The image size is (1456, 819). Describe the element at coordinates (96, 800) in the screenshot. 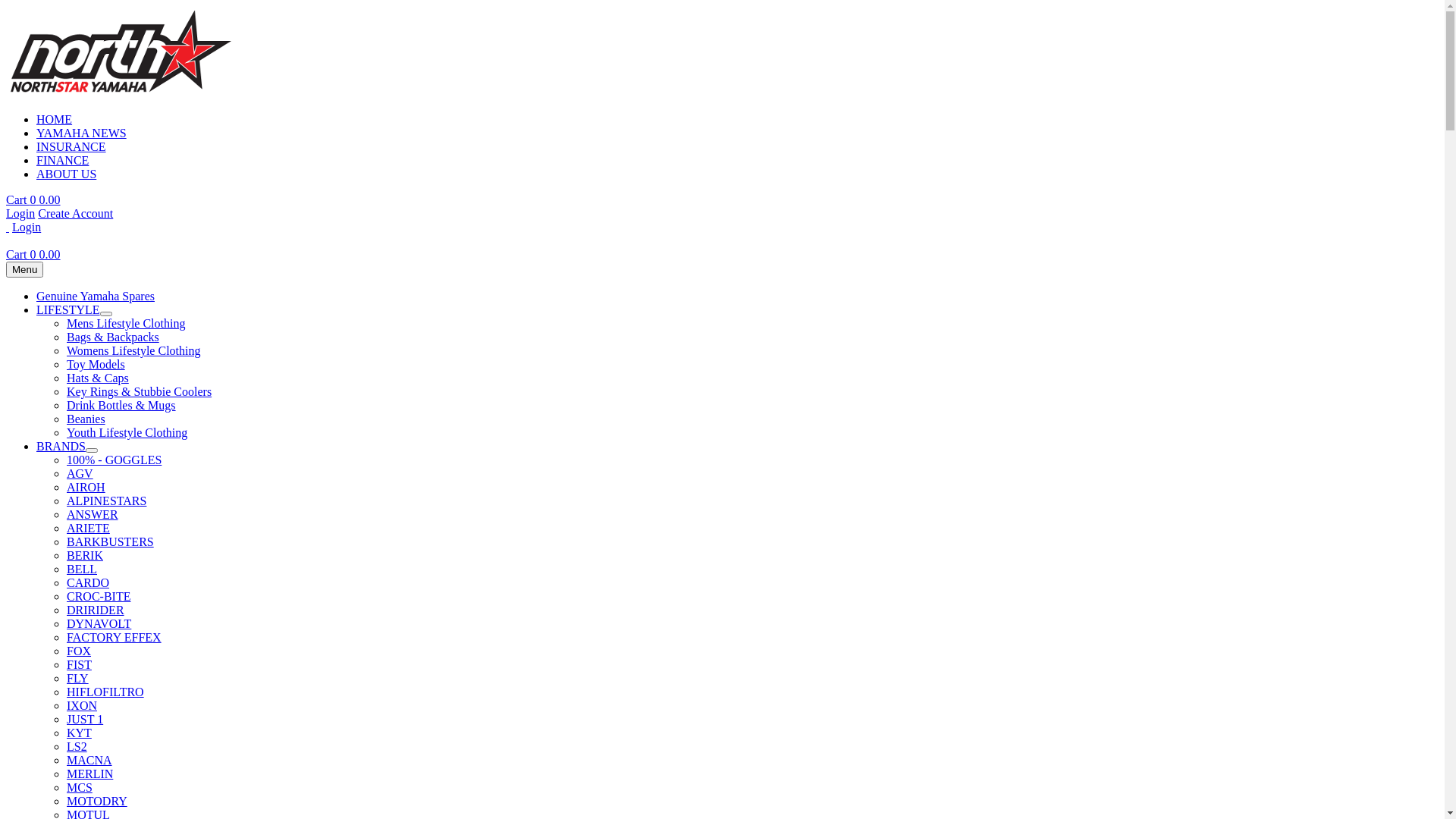

I see `'MOTODRY'` at that location.